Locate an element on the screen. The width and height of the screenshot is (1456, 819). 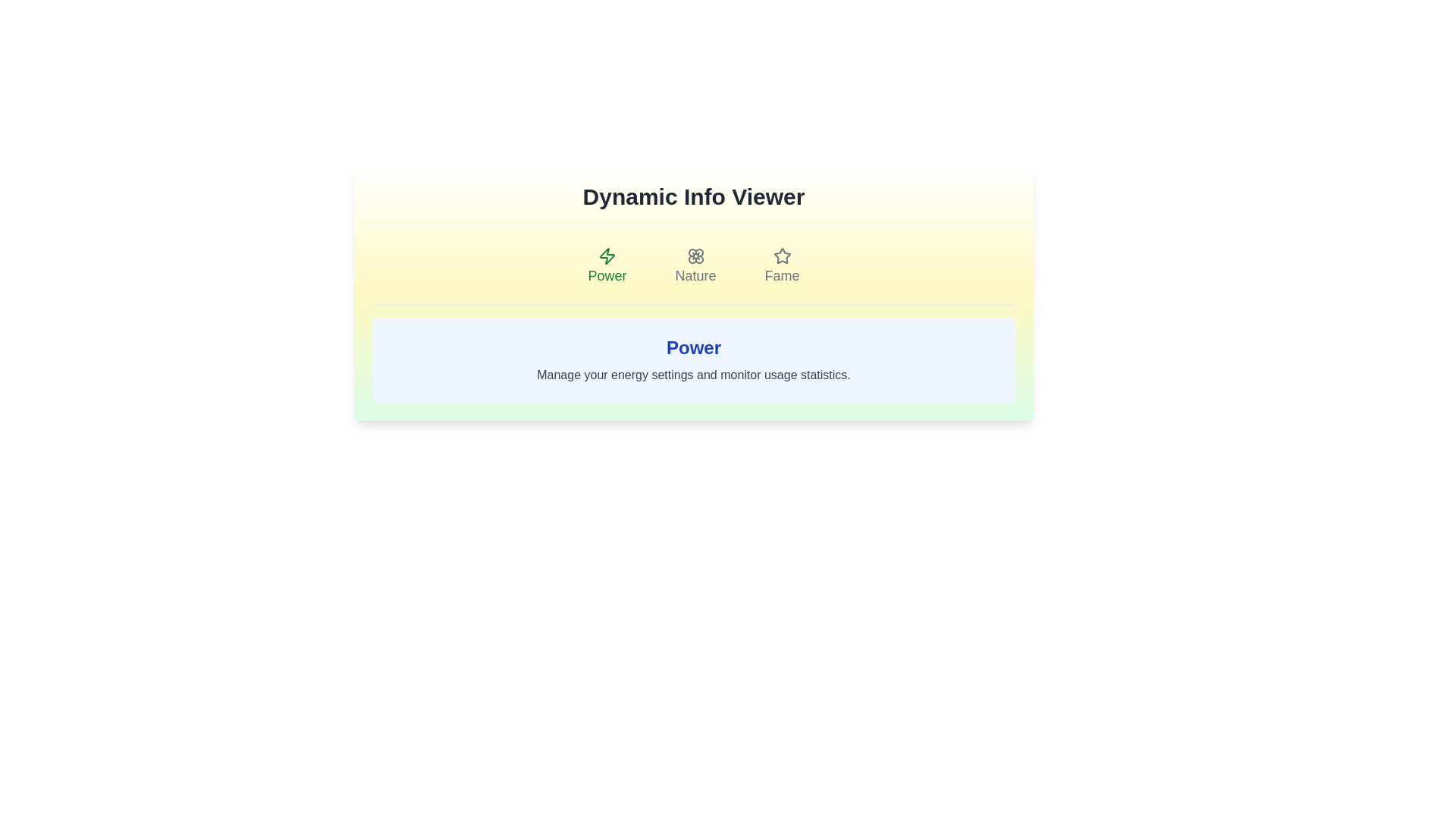
the Nature tab to display its related content is located at coordinates (695, 265).